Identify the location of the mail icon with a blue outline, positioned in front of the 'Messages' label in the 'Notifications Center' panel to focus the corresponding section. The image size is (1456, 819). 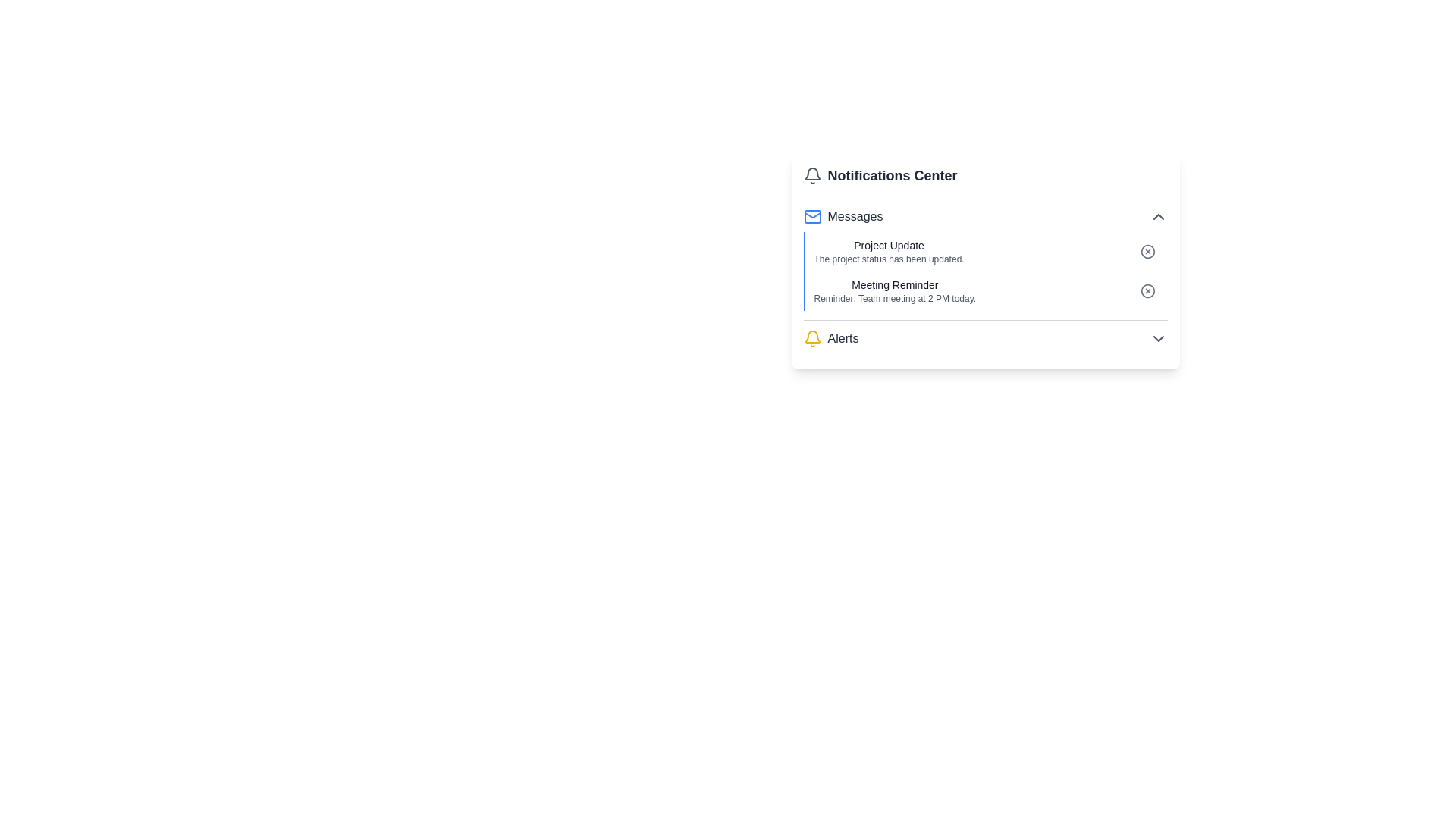
(811, 216).